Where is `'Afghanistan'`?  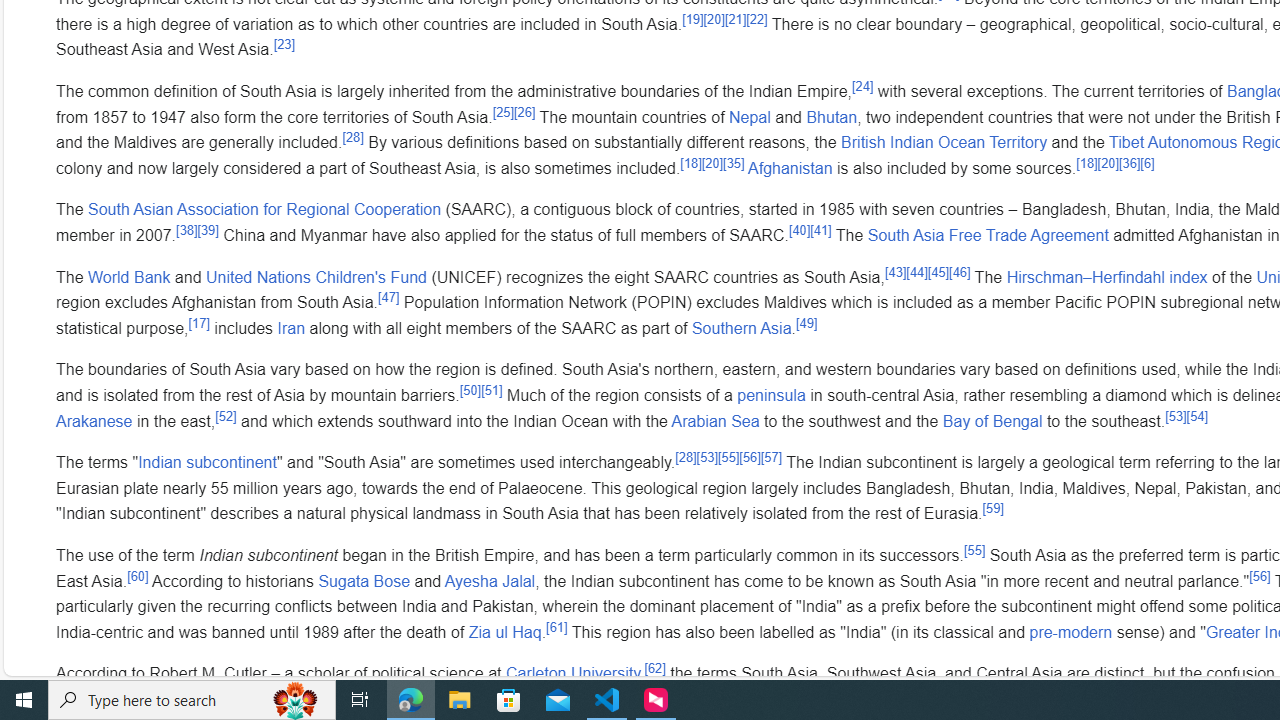
'Afghanistan' is located at coordinates (789, 167).